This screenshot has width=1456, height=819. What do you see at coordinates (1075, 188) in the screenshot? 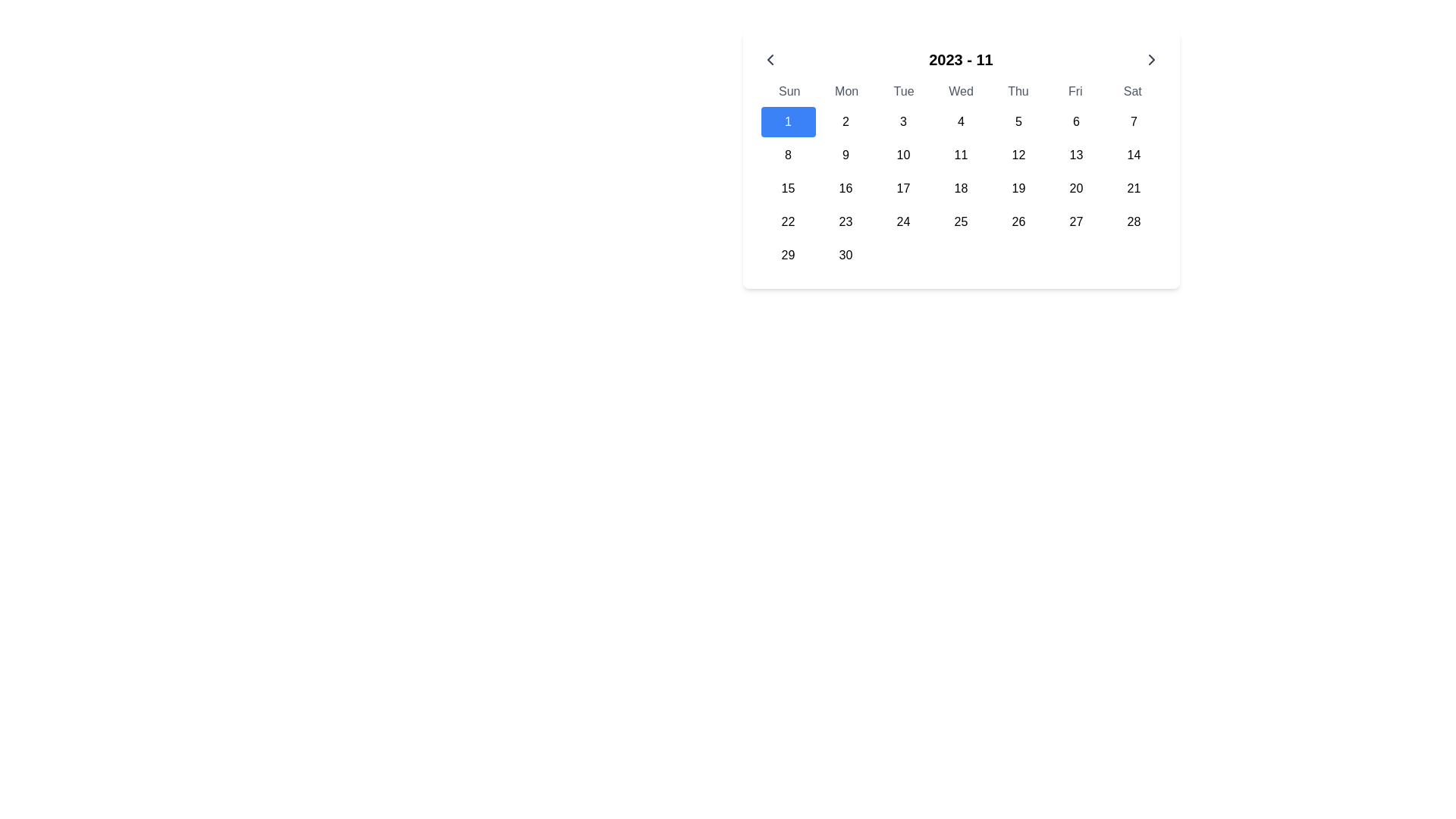
I see `the button displaying the number '20' on the calendar interface` at bounding box center [1075, 188].